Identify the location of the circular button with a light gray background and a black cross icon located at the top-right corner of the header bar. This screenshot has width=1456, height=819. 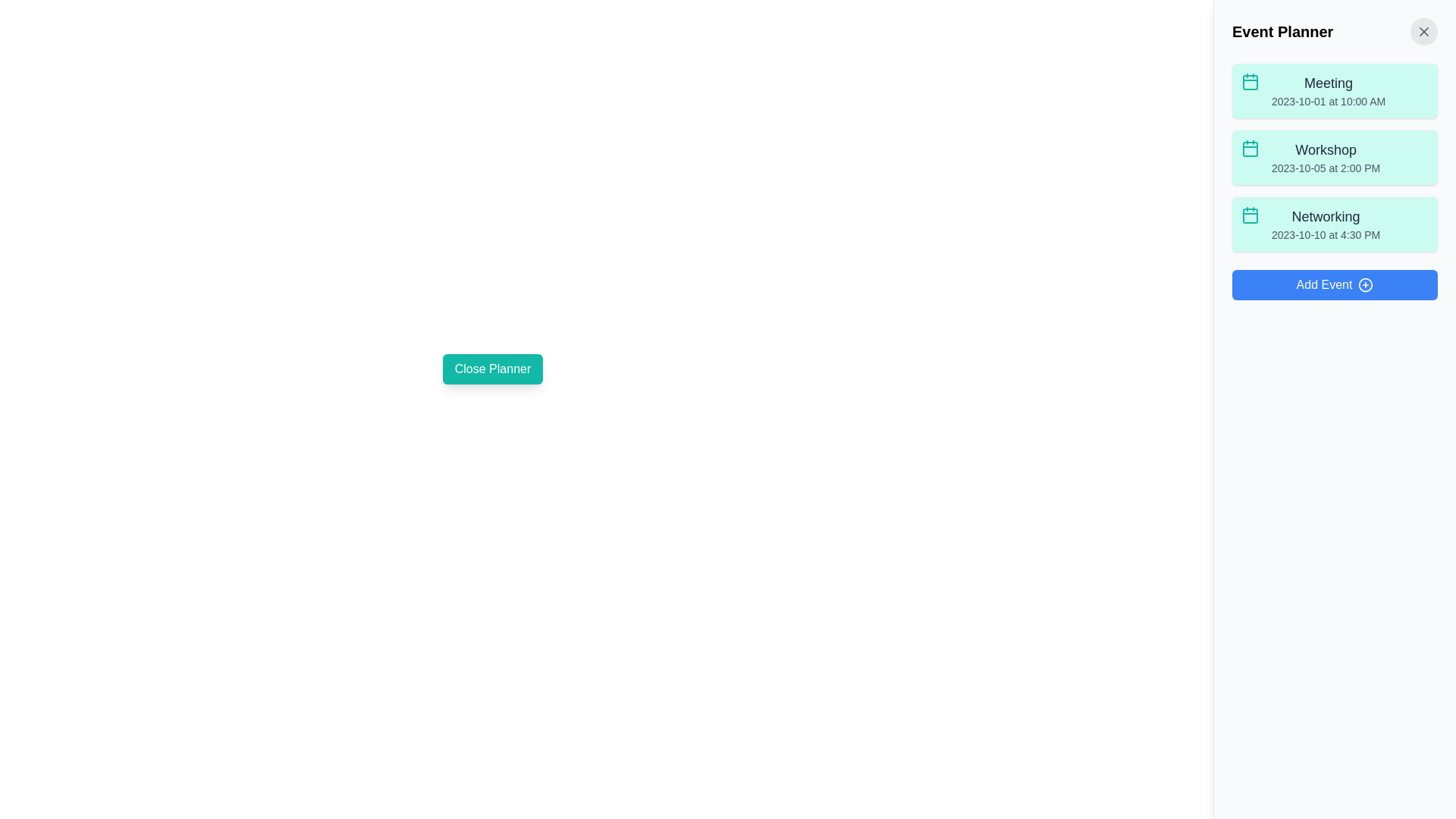
(1423, 32).